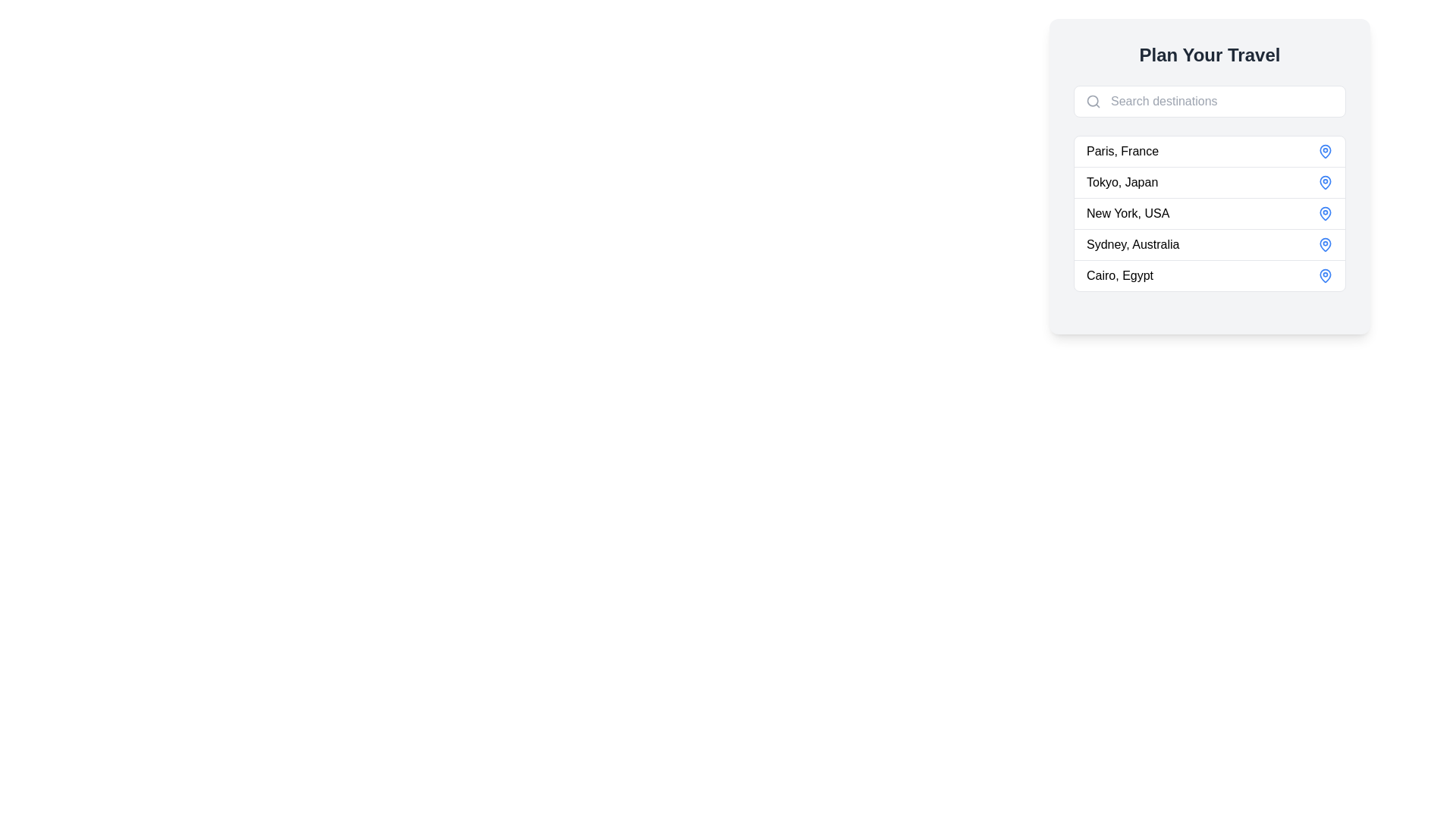 The height and width of the screenshot is (819, 1456). I want to click on the first list item representing the selectable destination option for 'Paris, France', so click(1209, 152).